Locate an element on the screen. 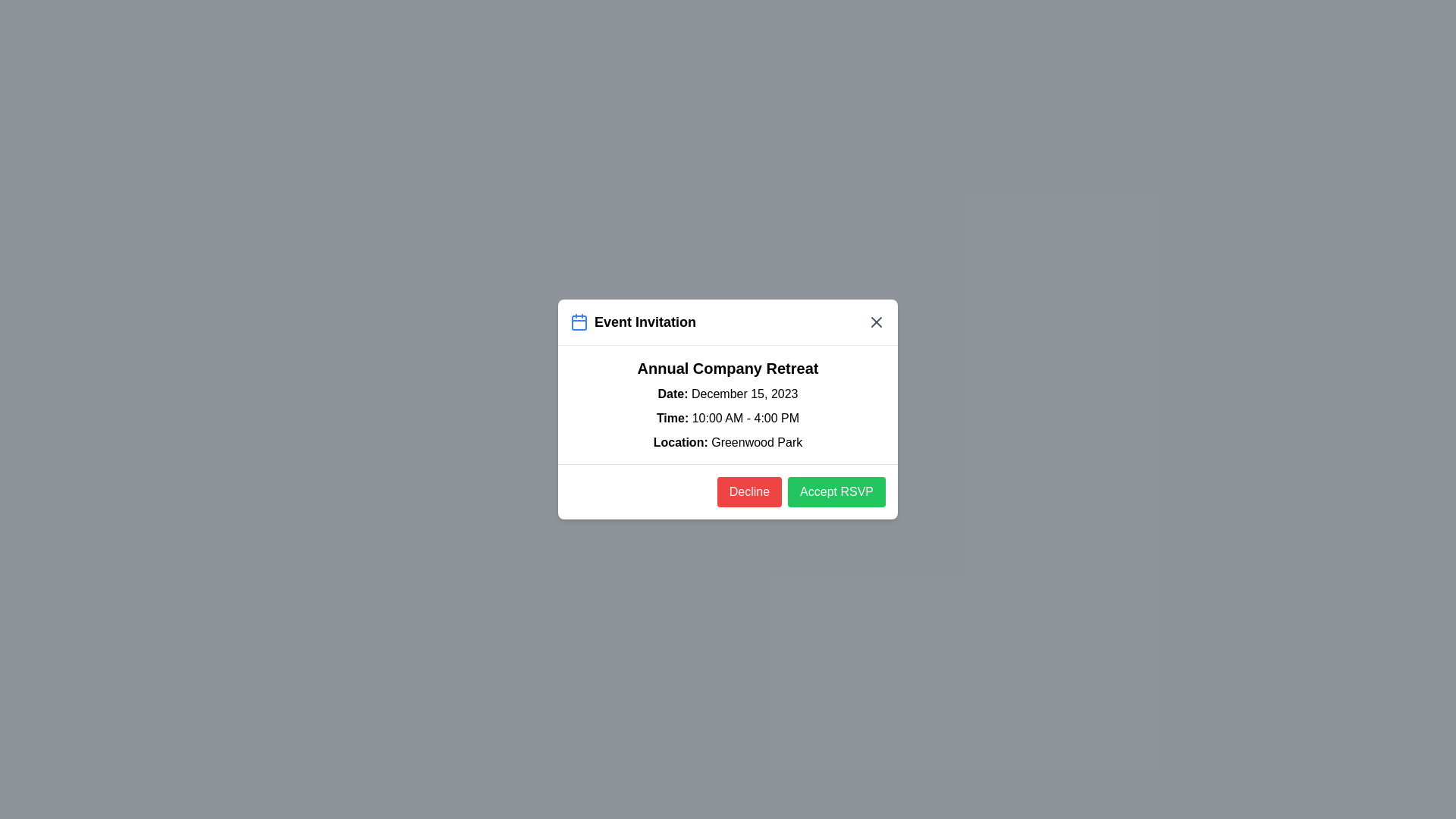 The width and height of the screenshot is (1456, 819). the left red 'Decline' button located at the bottom of the event invitation card to reject the invitation is located at coordinates (728, 491).